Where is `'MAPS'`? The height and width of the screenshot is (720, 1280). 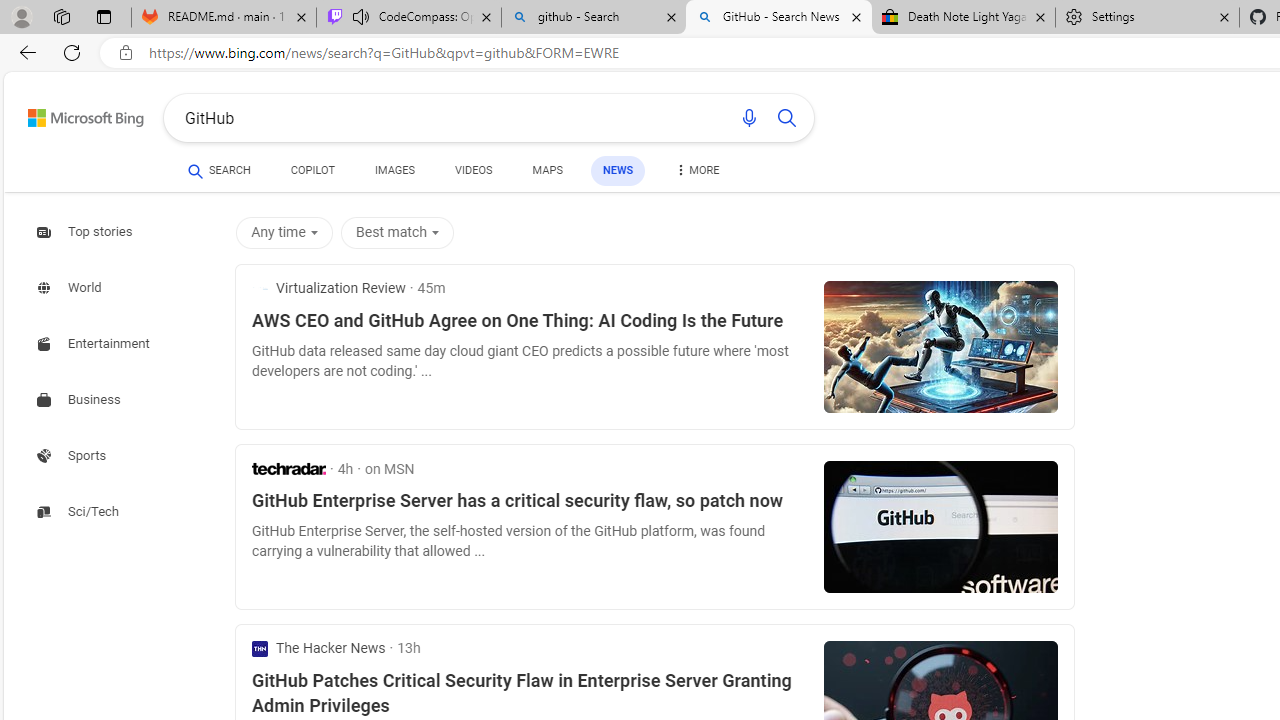
'MAPS' is located at coordinates (547, 170).